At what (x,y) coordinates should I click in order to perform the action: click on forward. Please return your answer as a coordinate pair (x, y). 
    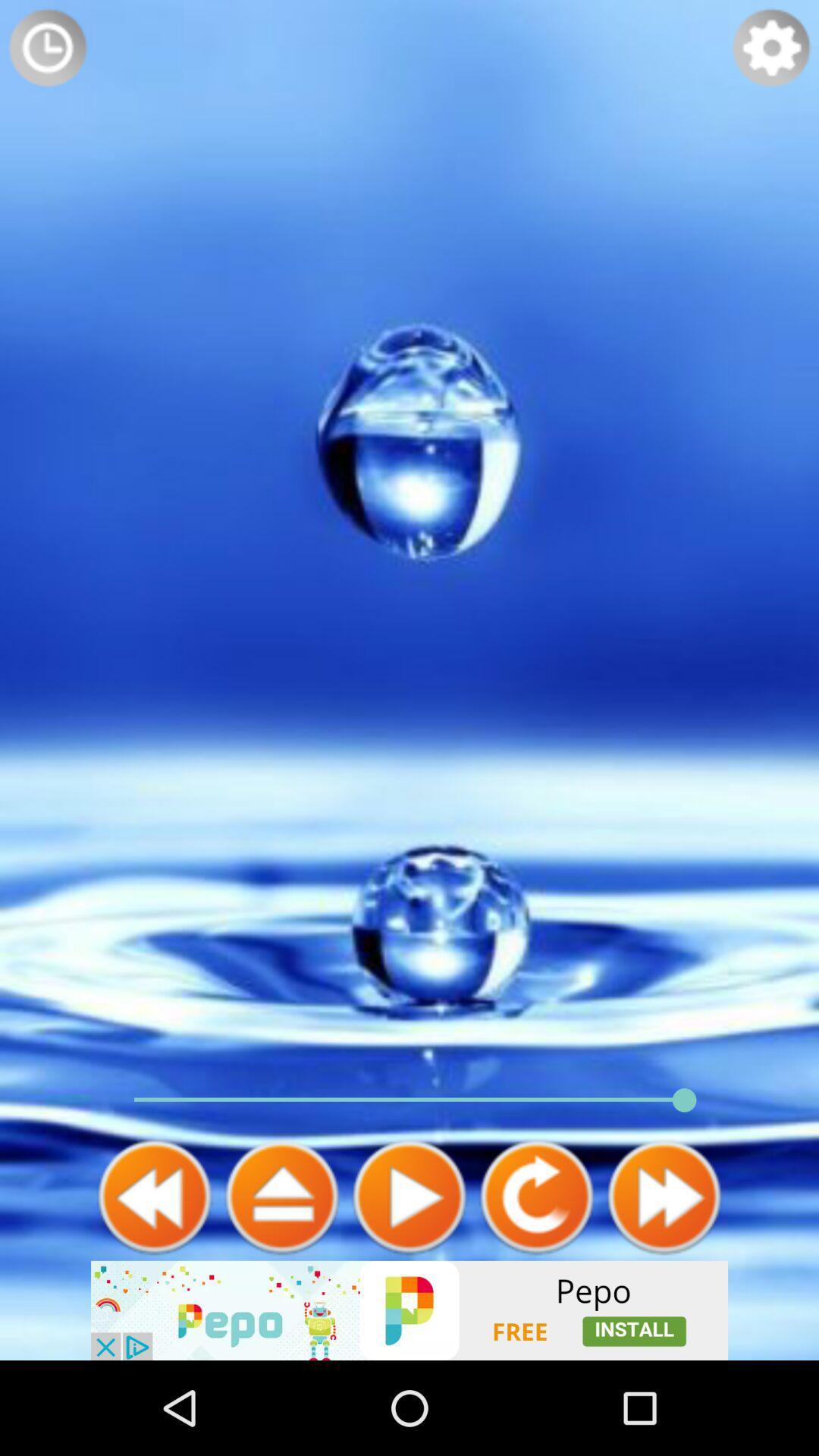
    Looking at the image, I should click on (663, 1196).